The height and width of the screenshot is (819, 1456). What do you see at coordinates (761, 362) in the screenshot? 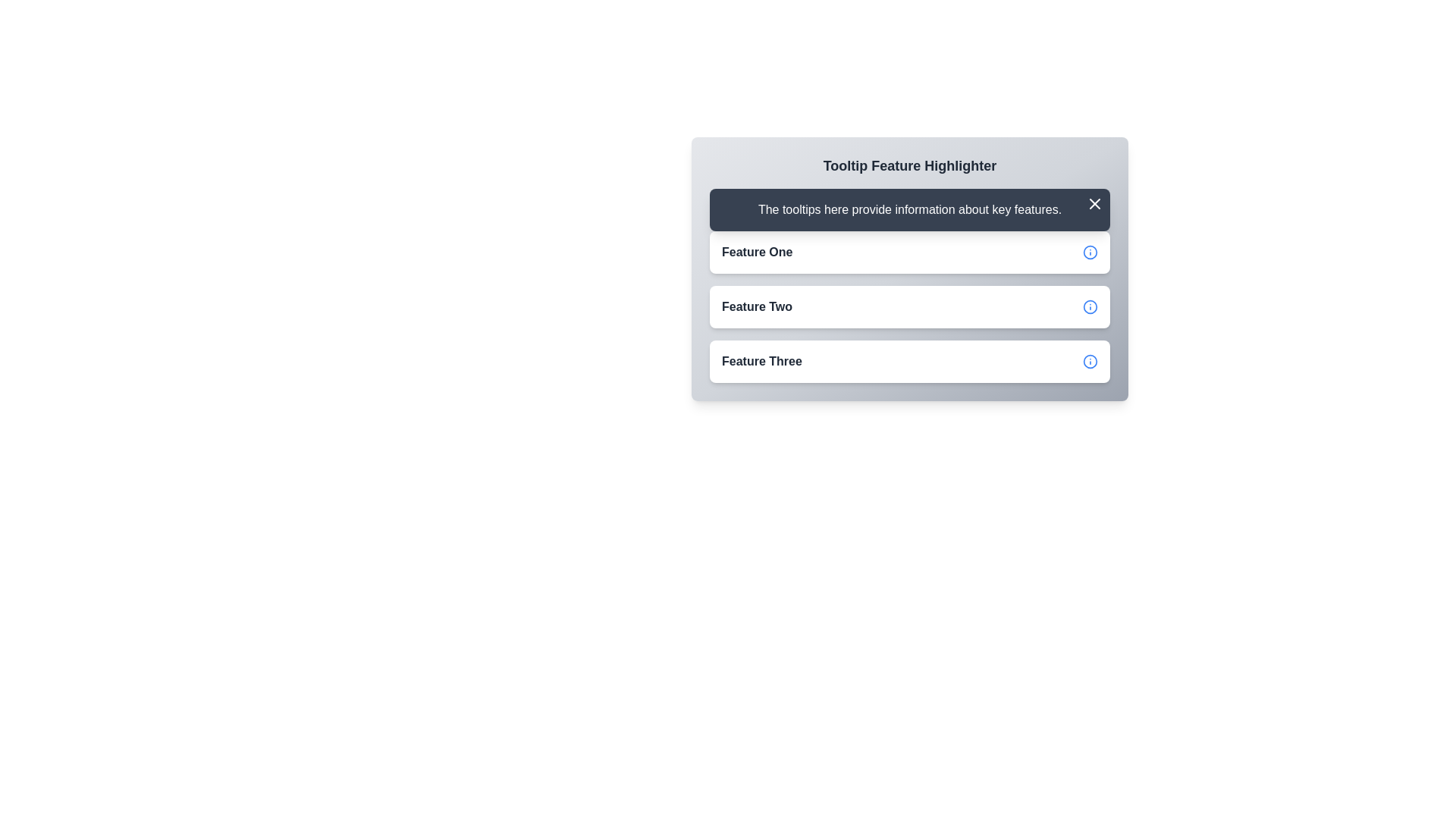
I see `to select the Text label that serves as a title or label for the feature within its card layout, positioned in the lower third of a vertical list of similar cards` at bounding box center [761, 362].